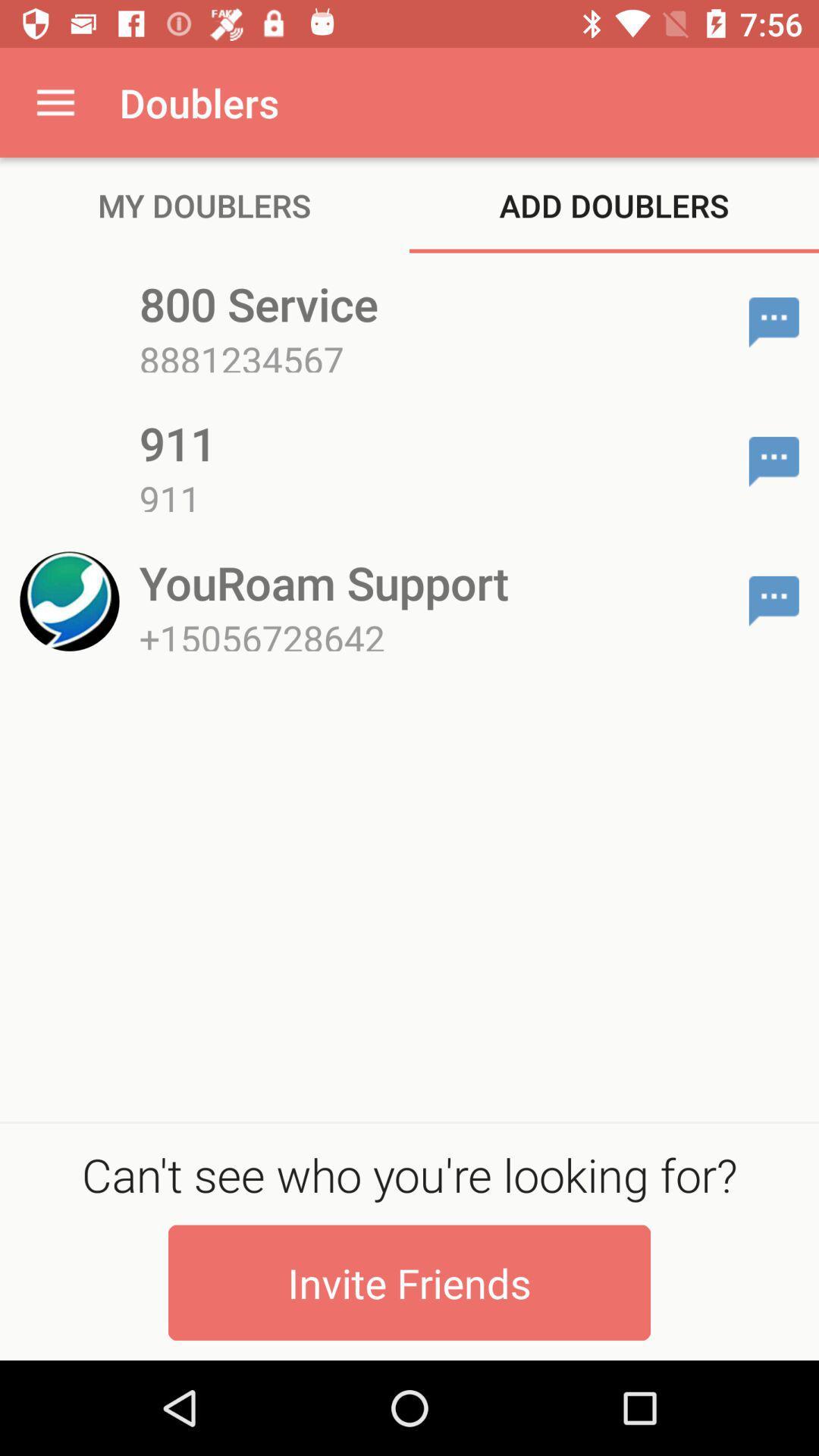 This screenshot has width=819, height=1456. What do you see at coordinates (773, 322) in the screenshot?
I see `item to the right of the 800 service icon` at bounding box center [773, 322].